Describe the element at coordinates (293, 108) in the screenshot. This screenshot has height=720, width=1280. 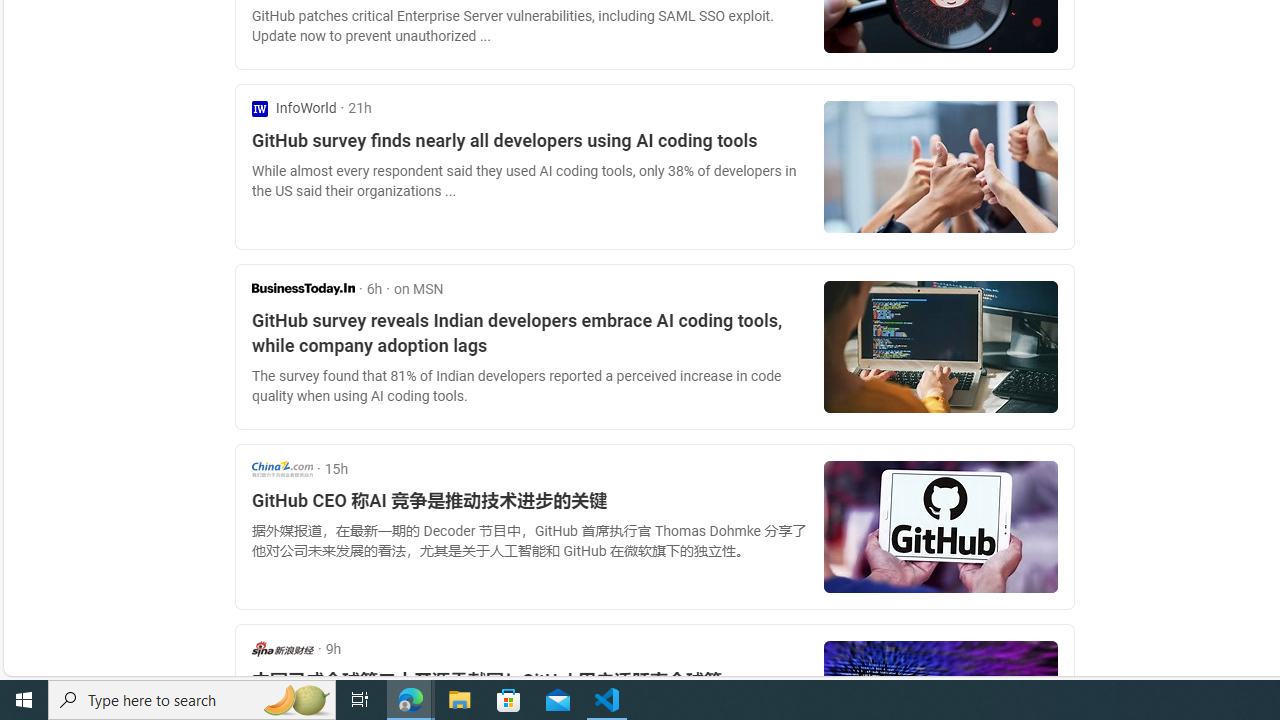
I see `'Search news from InfoWorld'` at that location.